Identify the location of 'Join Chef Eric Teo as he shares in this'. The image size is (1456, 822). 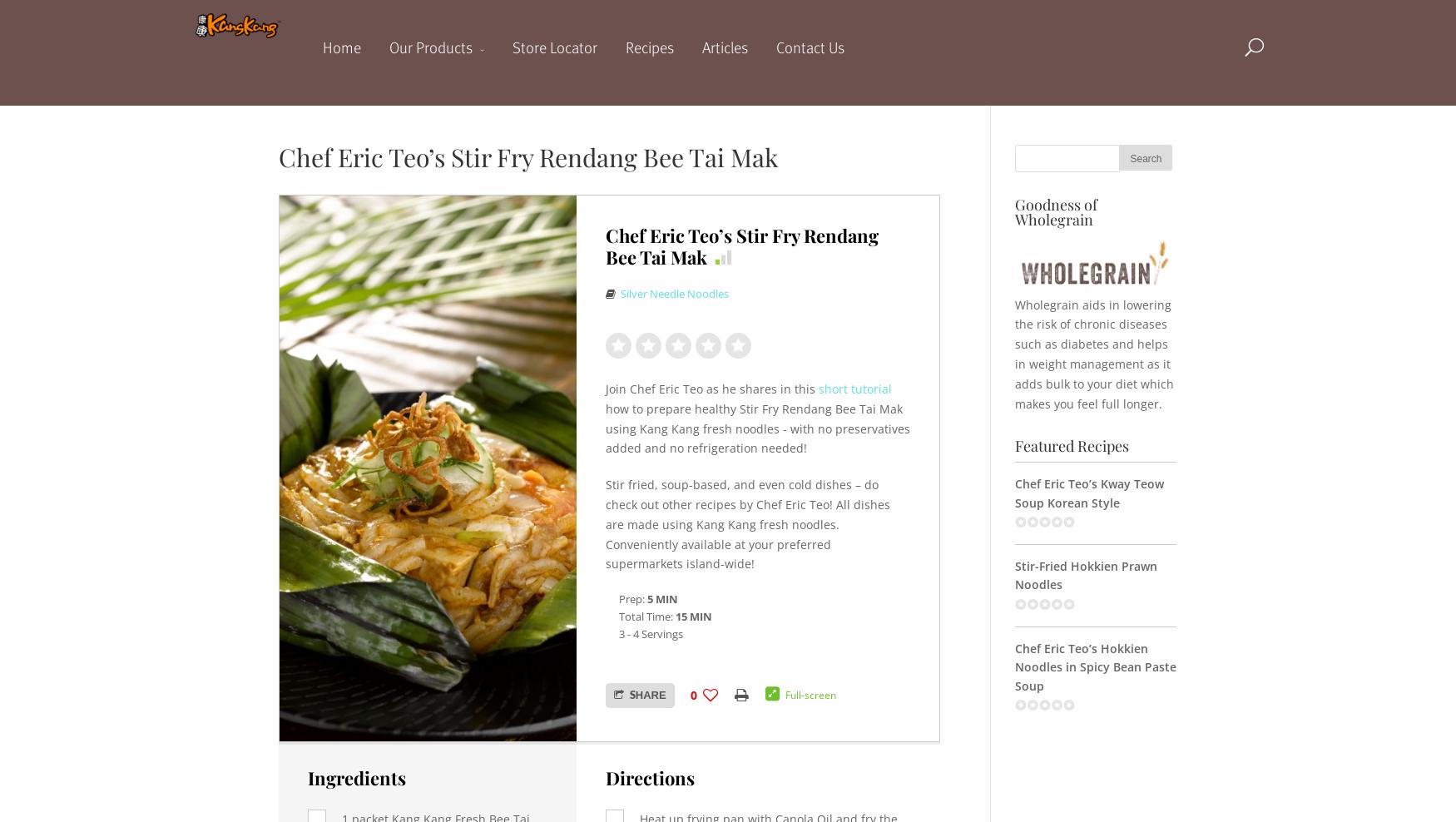
(711, 389).